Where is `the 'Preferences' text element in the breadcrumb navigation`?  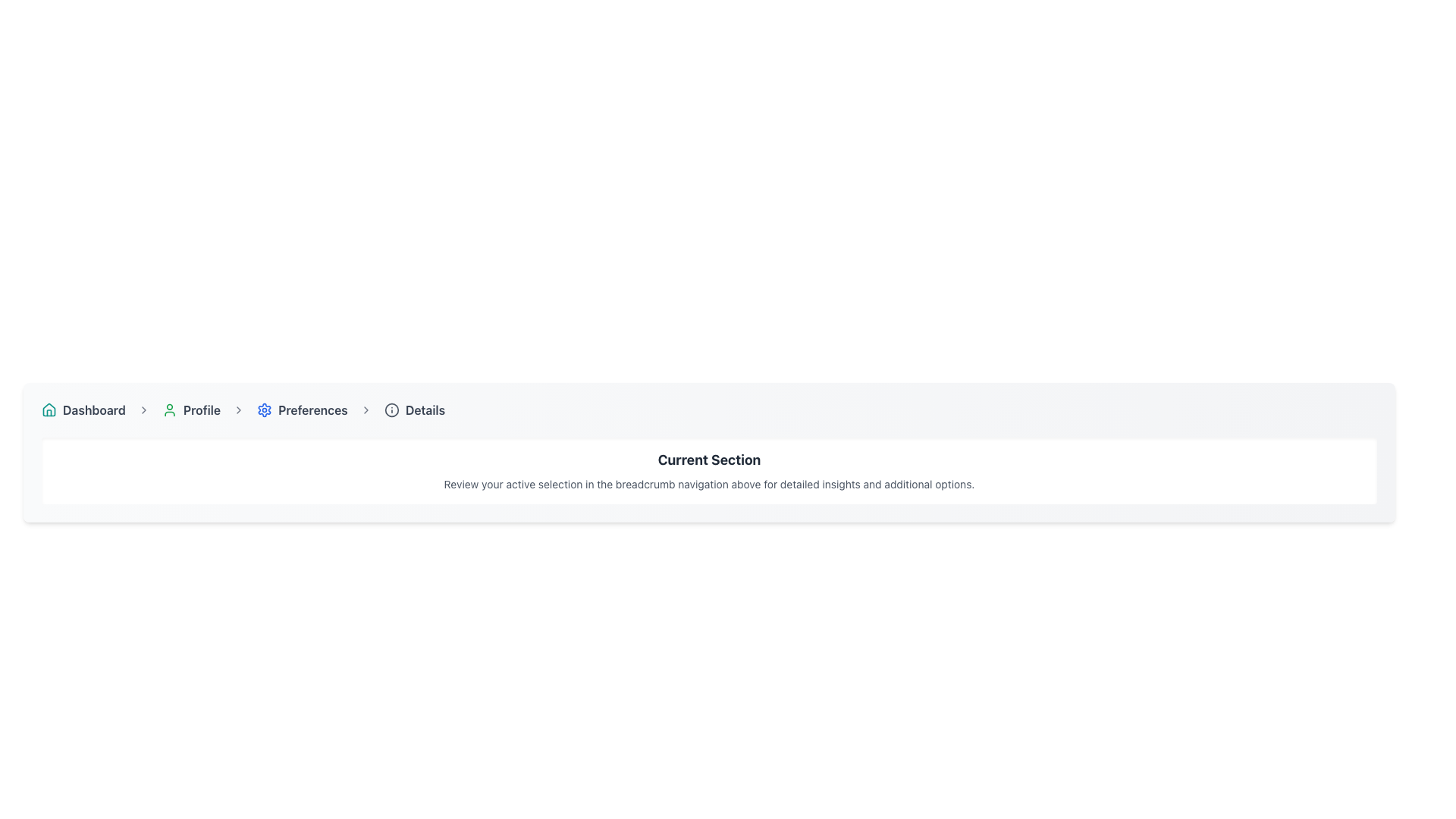
the 'Preferences' text element in the breadcrumb navigation is located at coordinates (312, 409).